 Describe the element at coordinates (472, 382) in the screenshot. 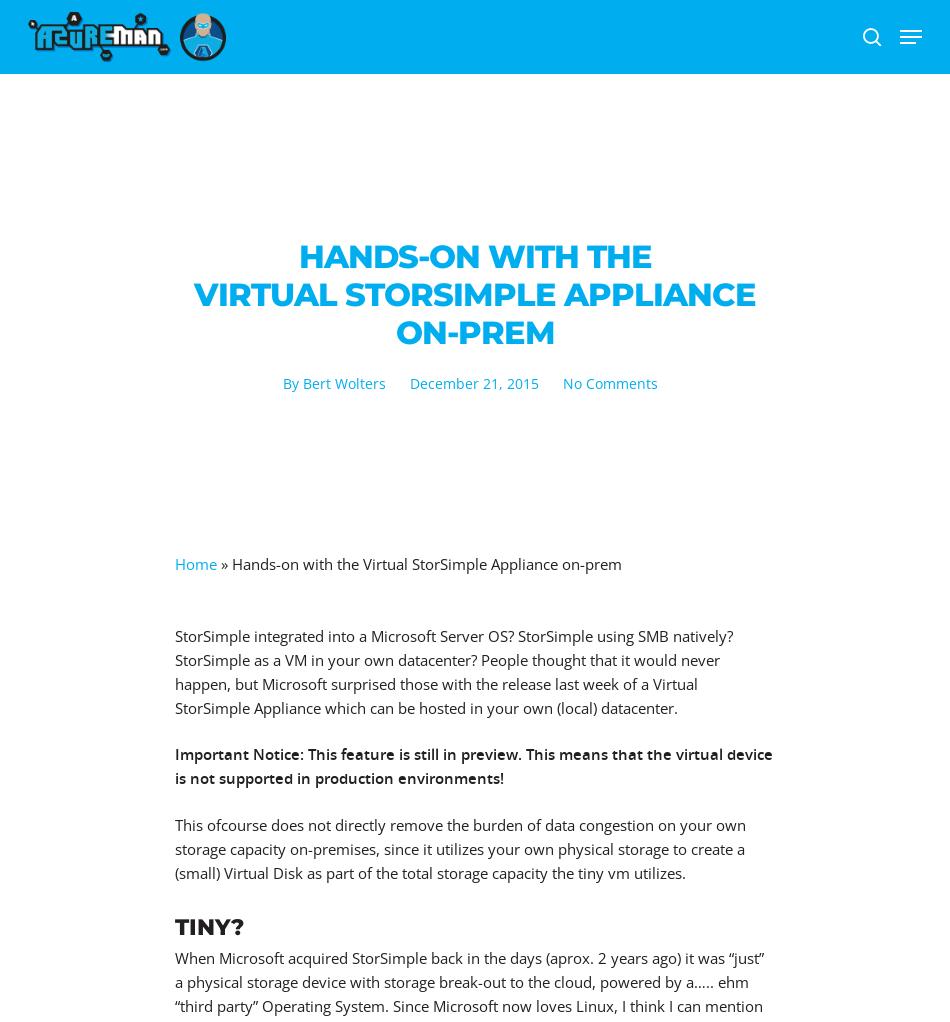

I see `'December 21, 2015'` at that location.